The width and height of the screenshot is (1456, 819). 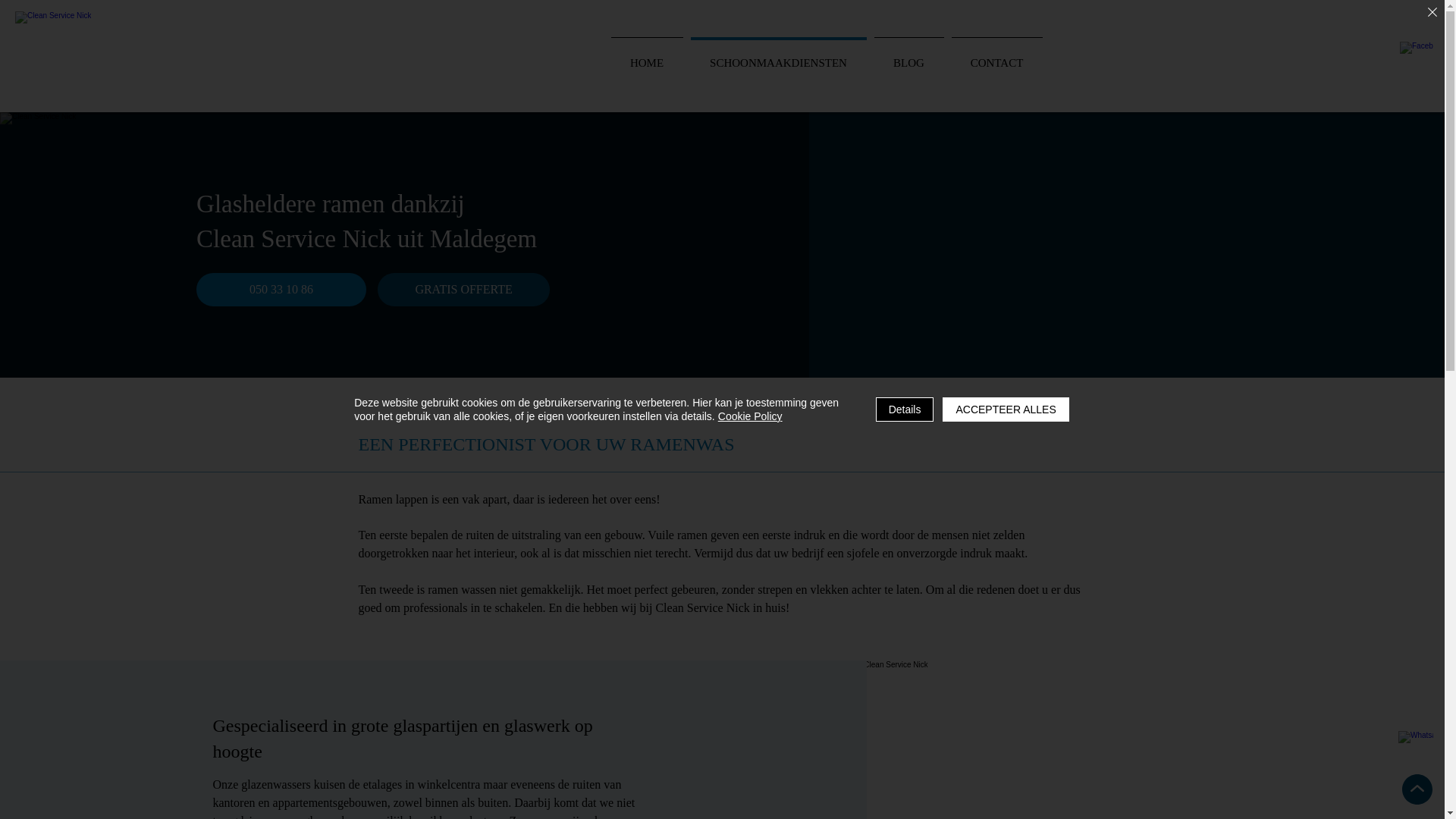 What do you see at coordinates (997, 55) in the screenshot?
I see `'CONTACT'` at bounding box center [997, 55].